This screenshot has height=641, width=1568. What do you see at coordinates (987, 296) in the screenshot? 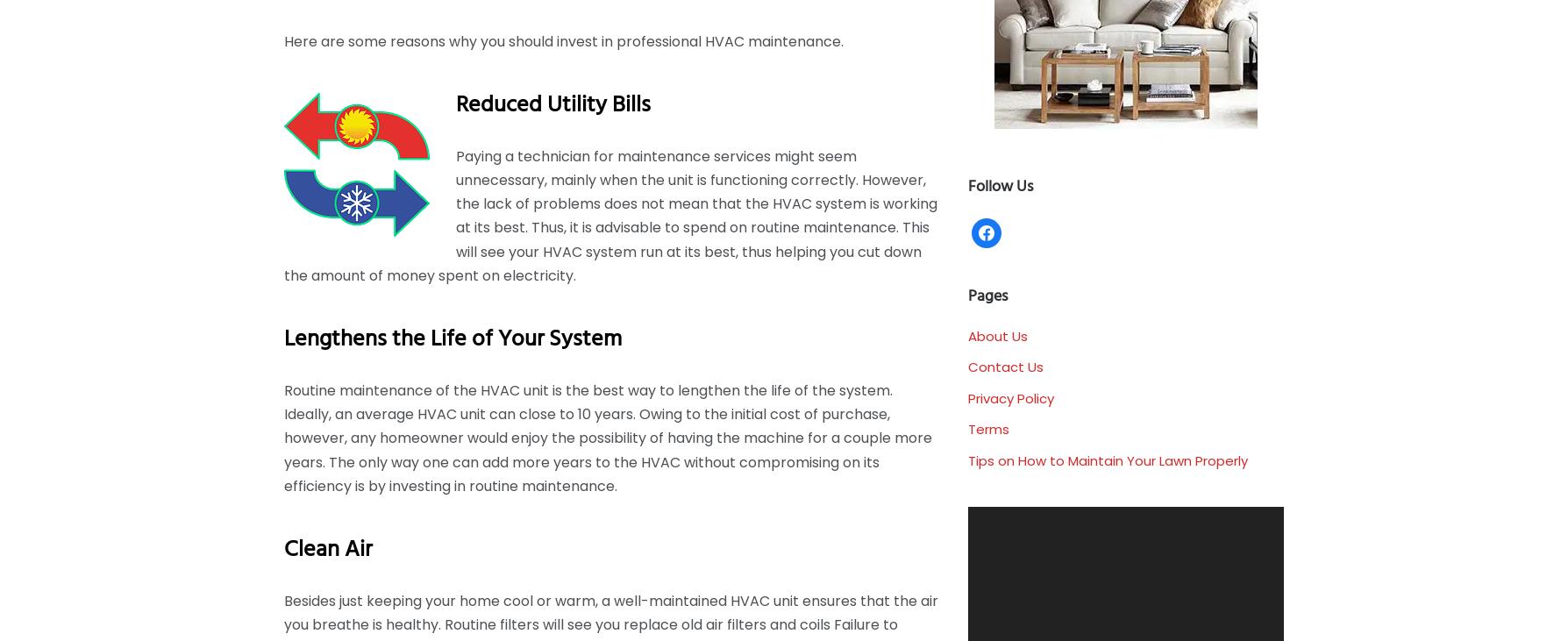
I see `'Pages'` at bounding box center [987, 296].